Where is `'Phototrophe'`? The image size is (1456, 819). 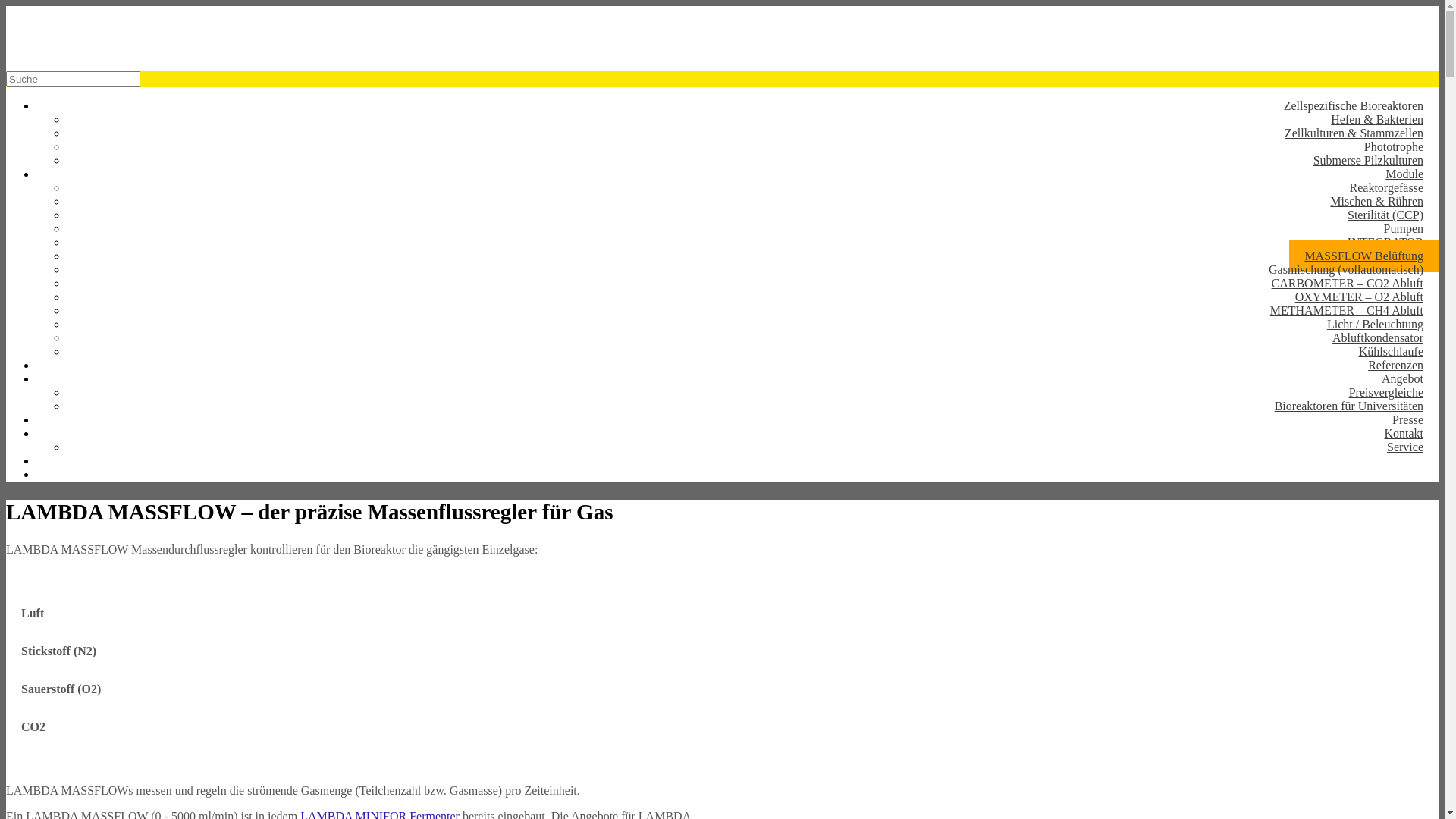
'Phototrophe' is located at coordinates (1349, 146).